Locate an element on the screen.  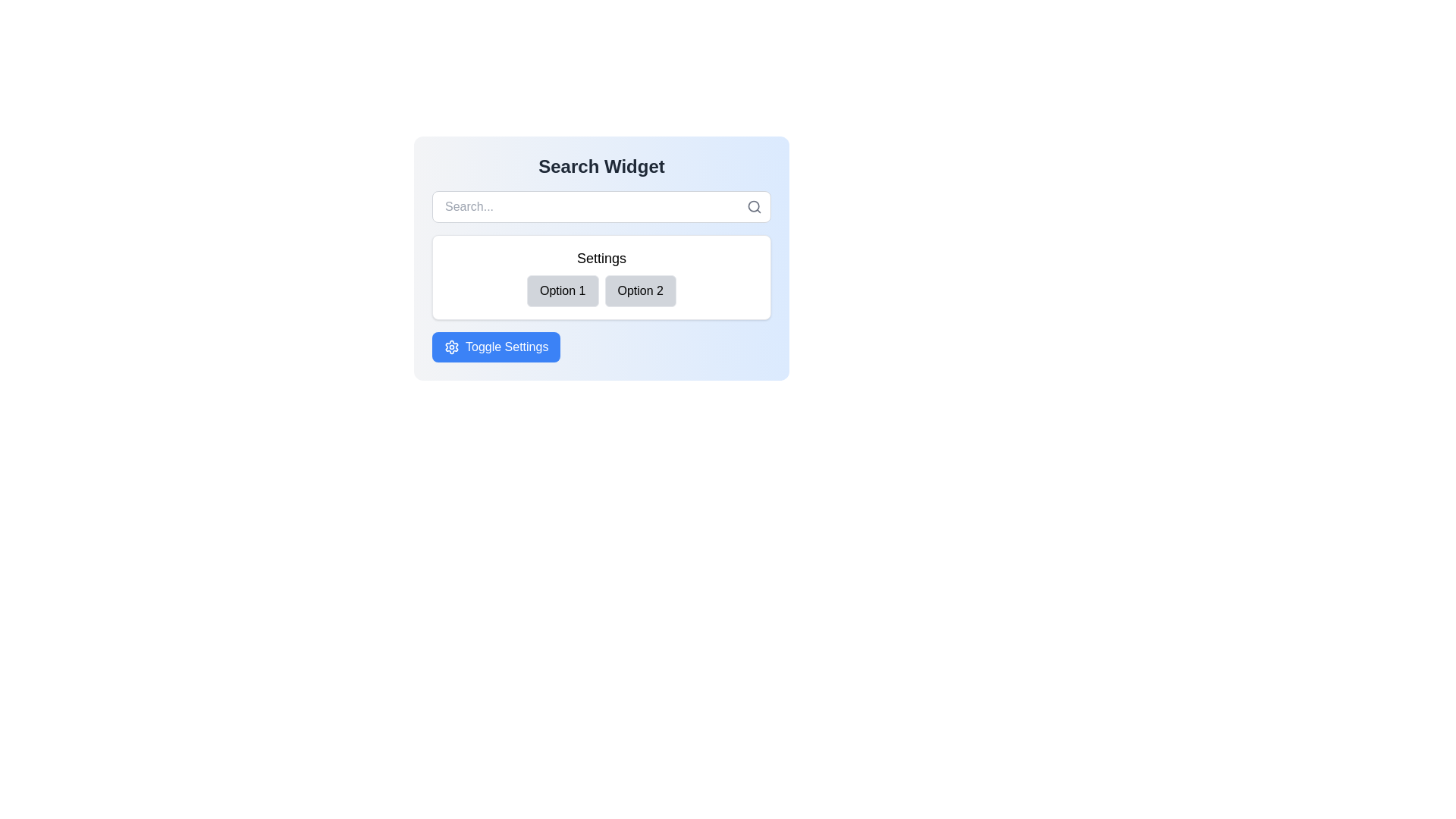
the decorative Static Icon that symbolizes settings or configurations, located beneath the 'Toggle Settings' button in the UI layout is located at coordinates (450, 347).